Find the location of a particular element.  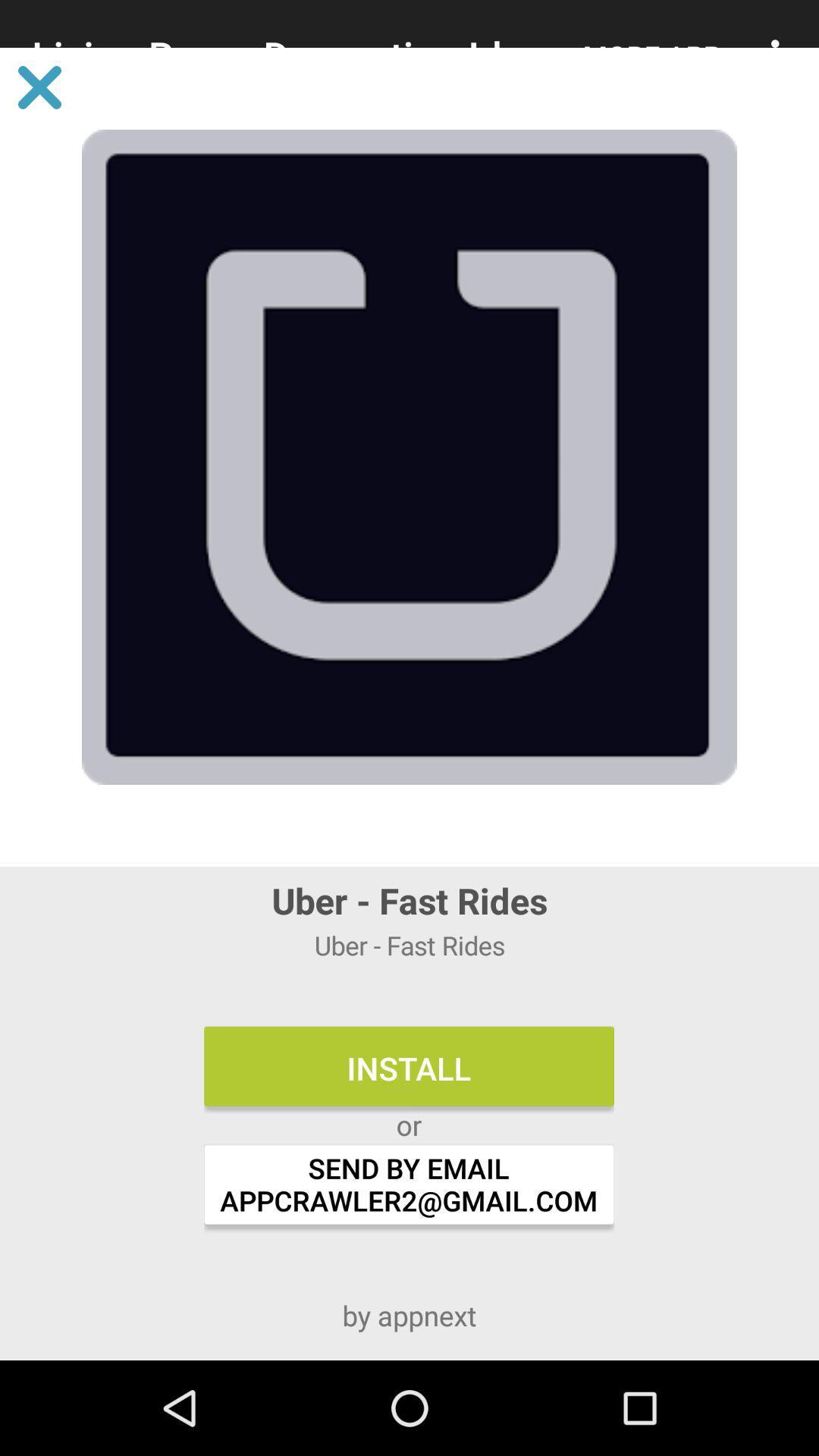

the close icon is located at coordinates (39, 86).